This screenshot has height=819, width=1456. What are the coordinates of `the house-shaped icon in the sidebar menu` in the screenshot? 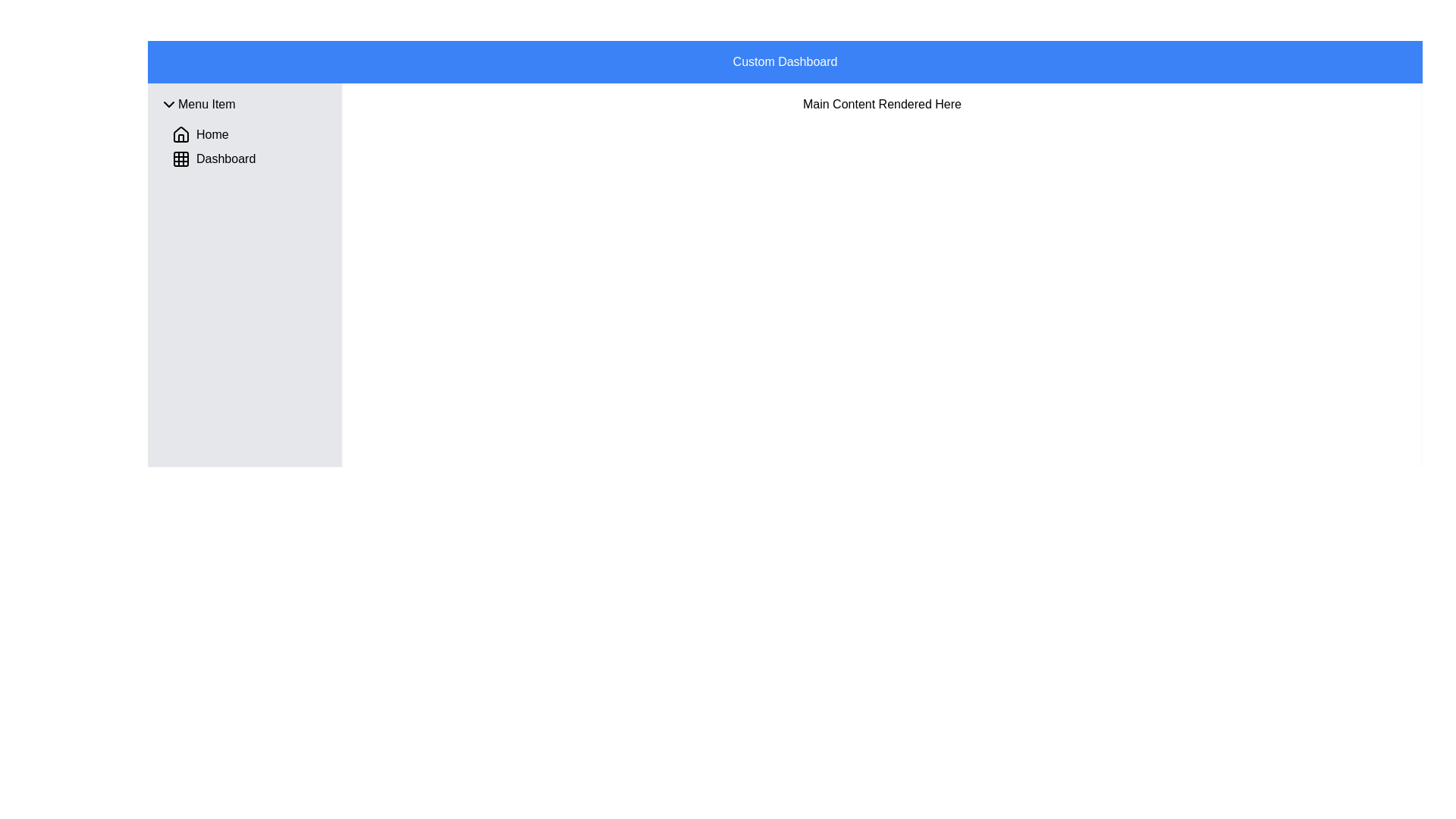 It's located at (181, 133).